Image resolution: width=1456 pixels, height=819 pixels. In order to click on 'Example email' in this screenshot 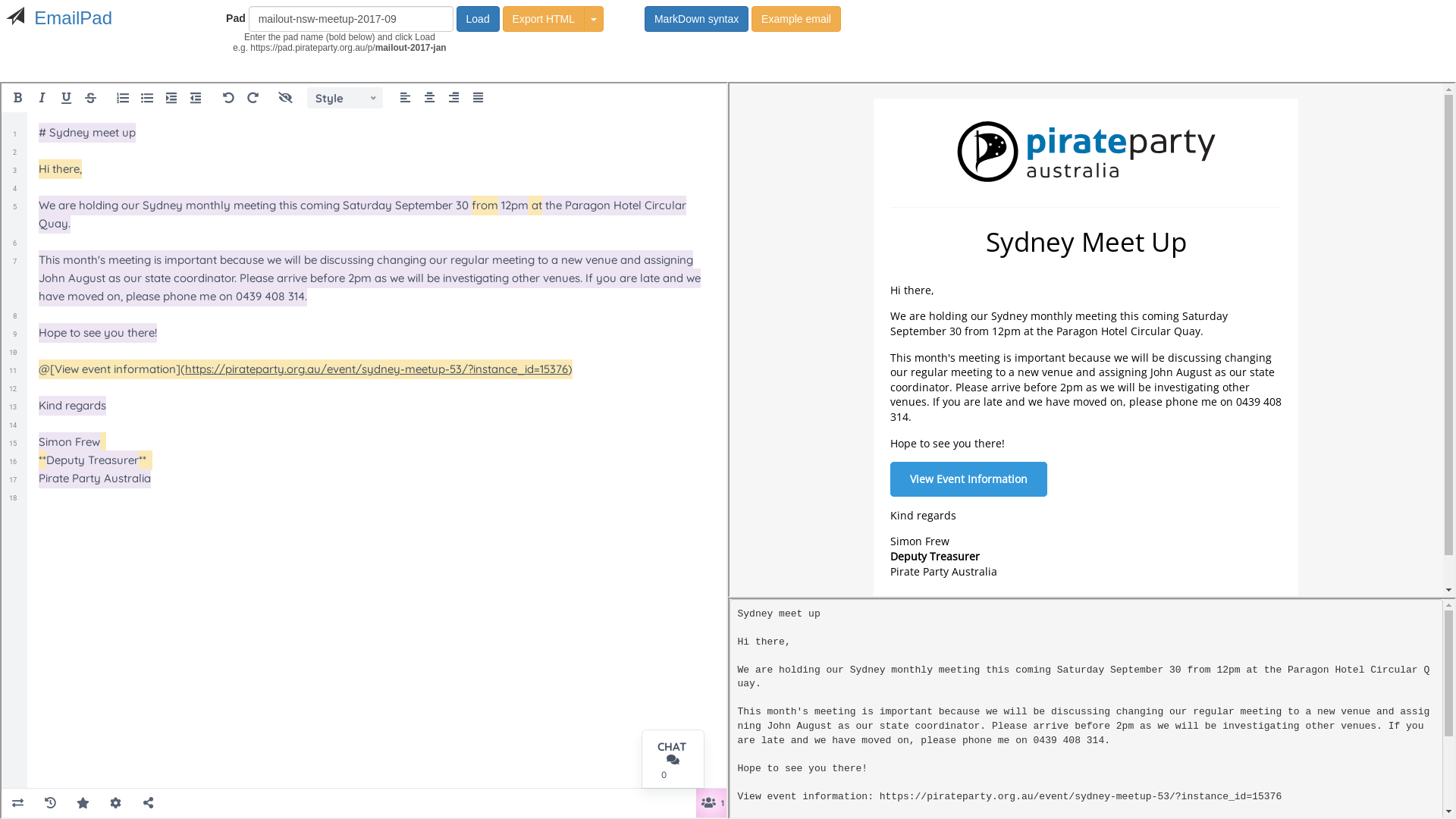, I will do `click(795, 18)`.